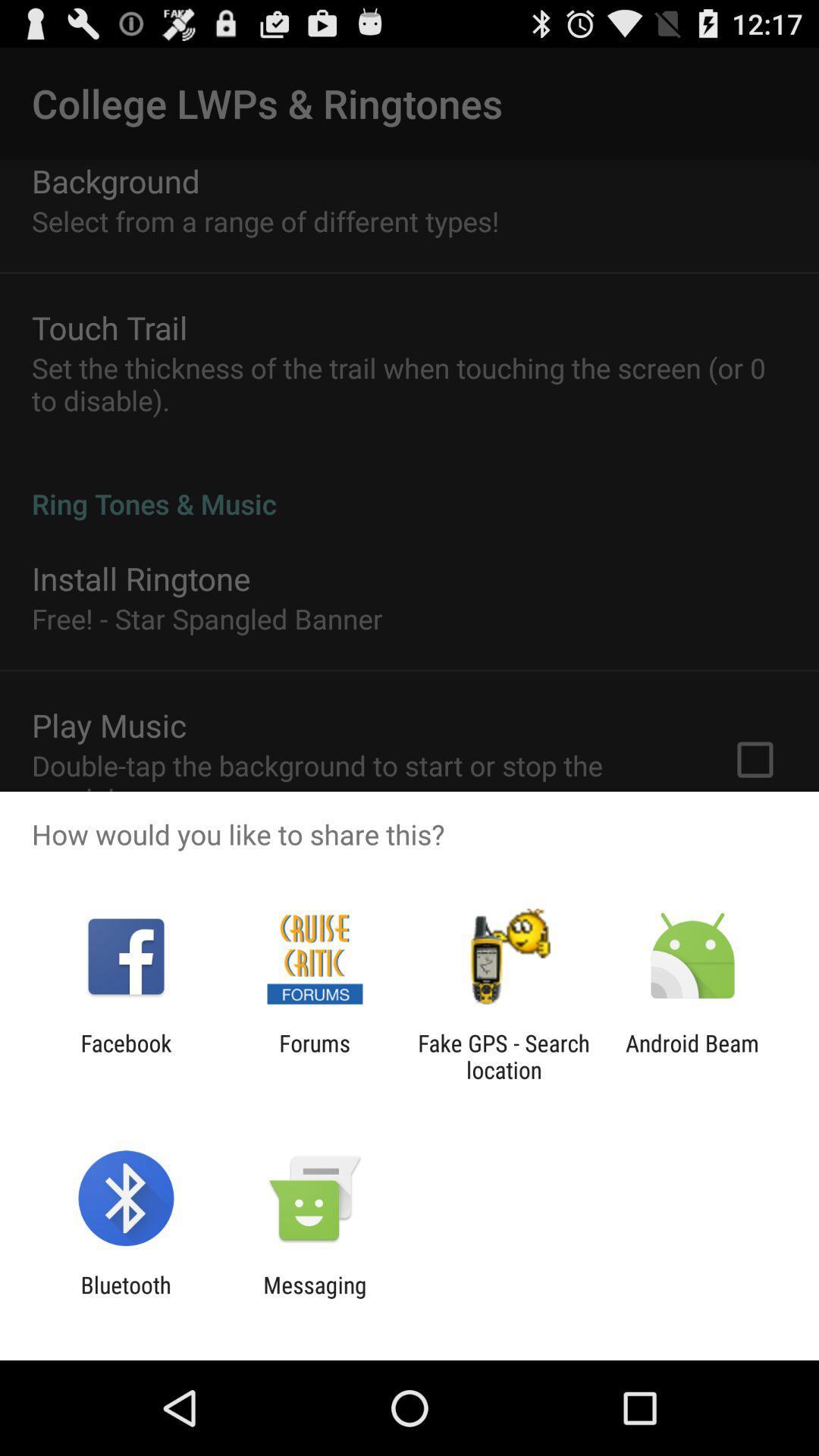 Image resolution: width=819 pixels, height=1456 pixels. Describe the element at coordinates (125, 1056) in the screenshot. I see `the icon next to forums icon` at that location.